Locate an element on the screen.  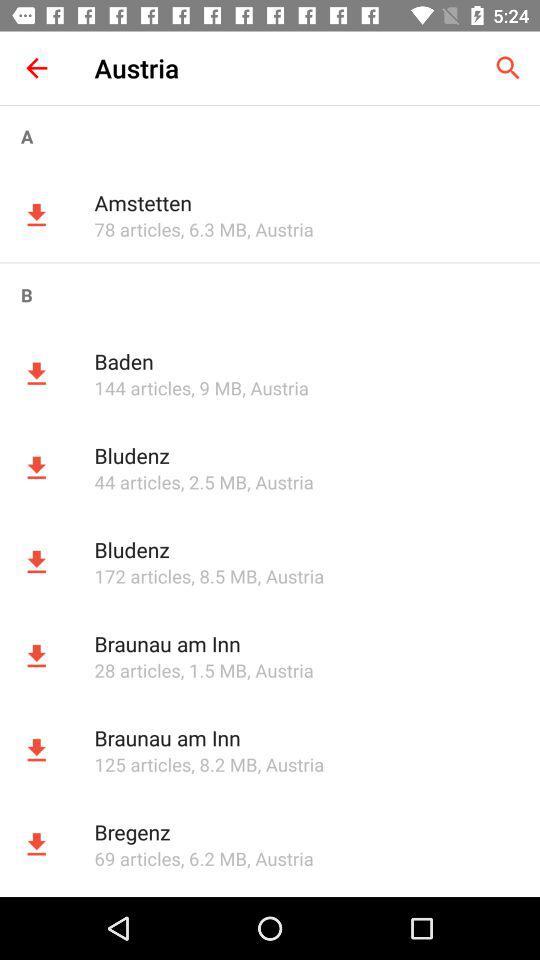
125 articles app is located at coordinates (141, 763).